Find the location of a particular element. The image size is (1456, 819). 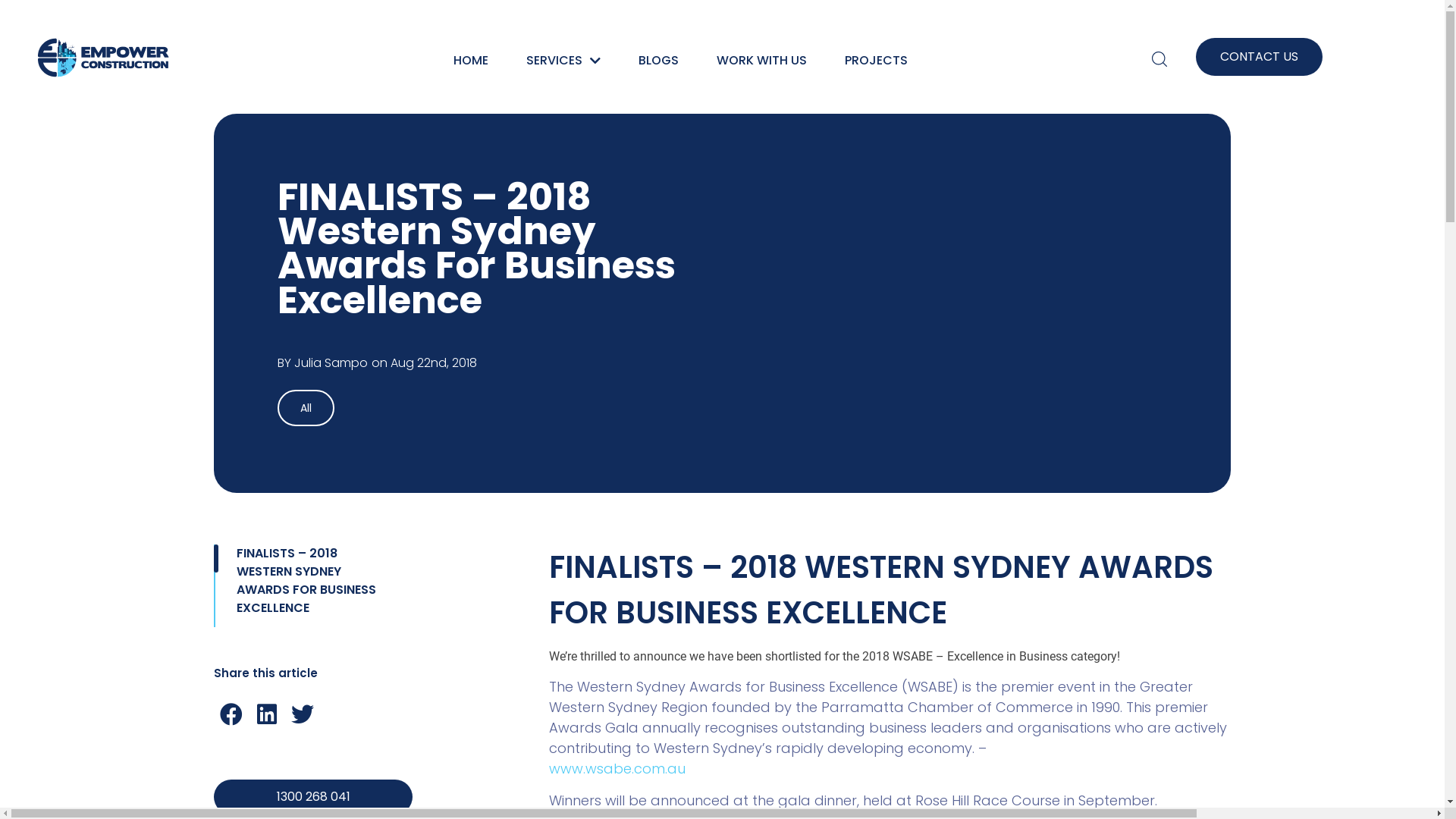

'BLOGS' is located at coordinates (658, 58).